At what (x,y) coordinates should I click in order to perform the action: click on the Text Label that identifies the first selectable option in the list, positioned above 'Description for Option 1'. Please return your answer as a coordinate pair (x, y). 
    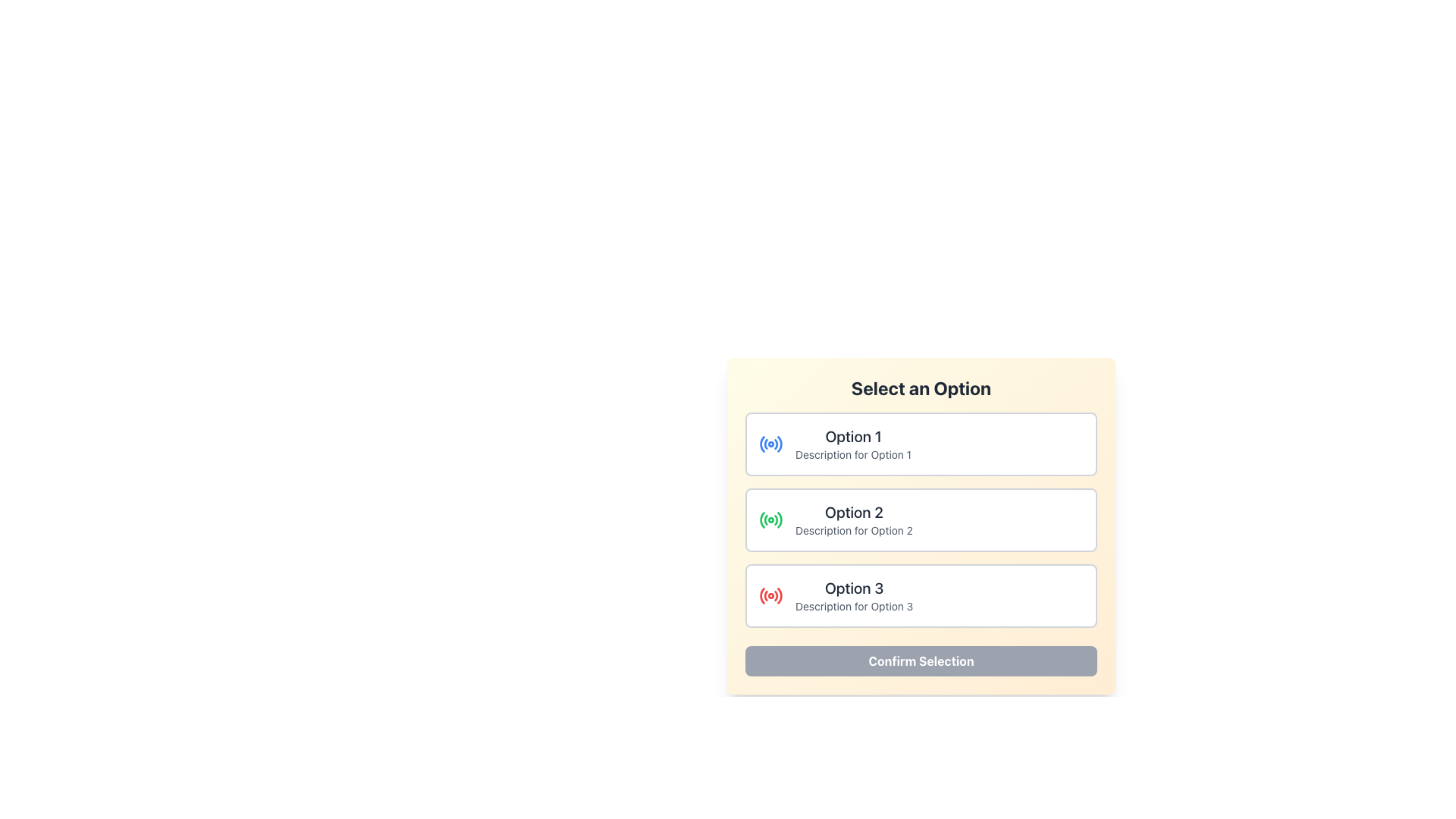
    Looking at the image, I should click on (853, 436).